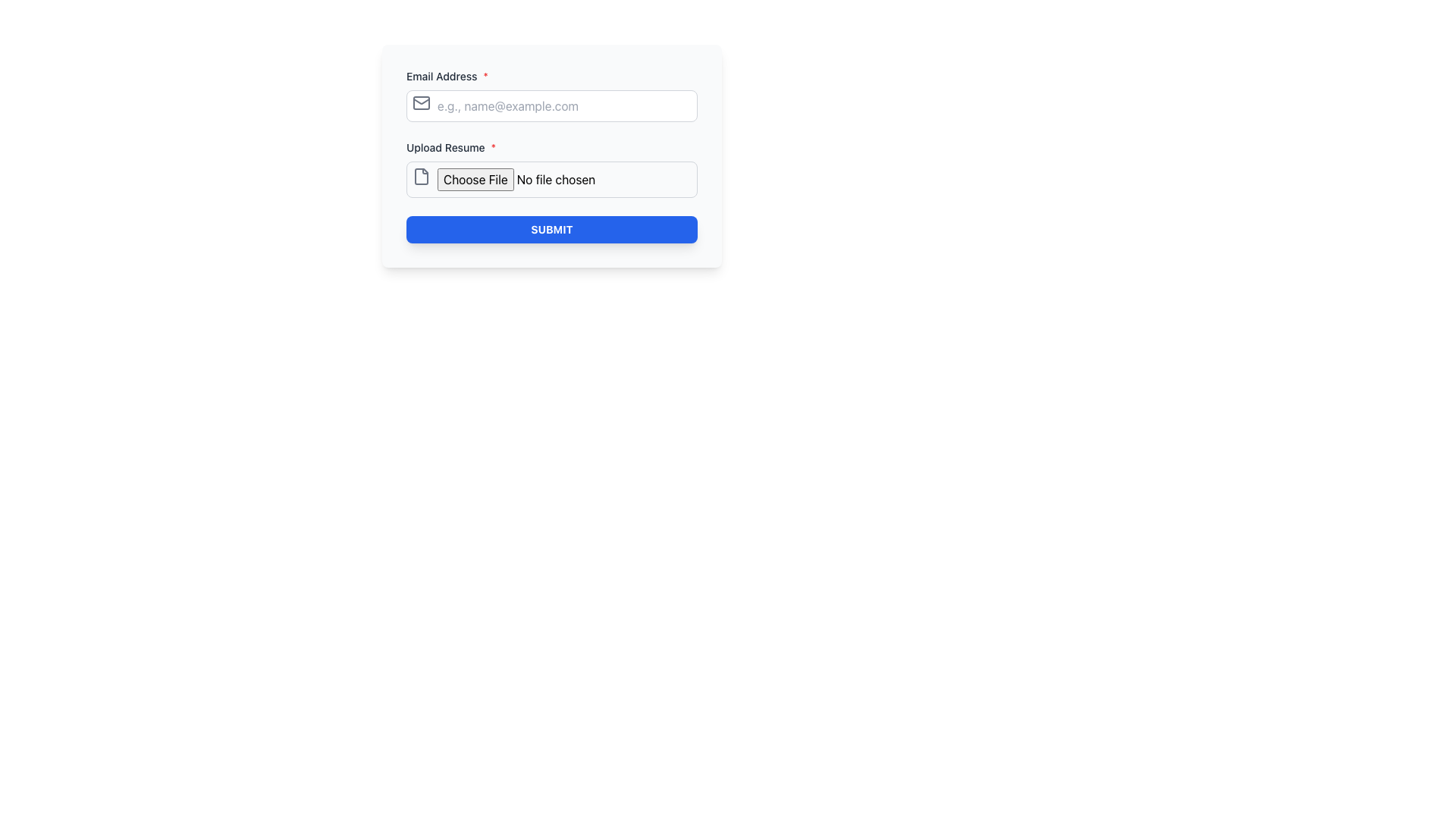  Describe the element at coordinates (551, 105) in the screenshot. I see `the email input field located under the heading 'Email Address *' to focus on it` at that location.